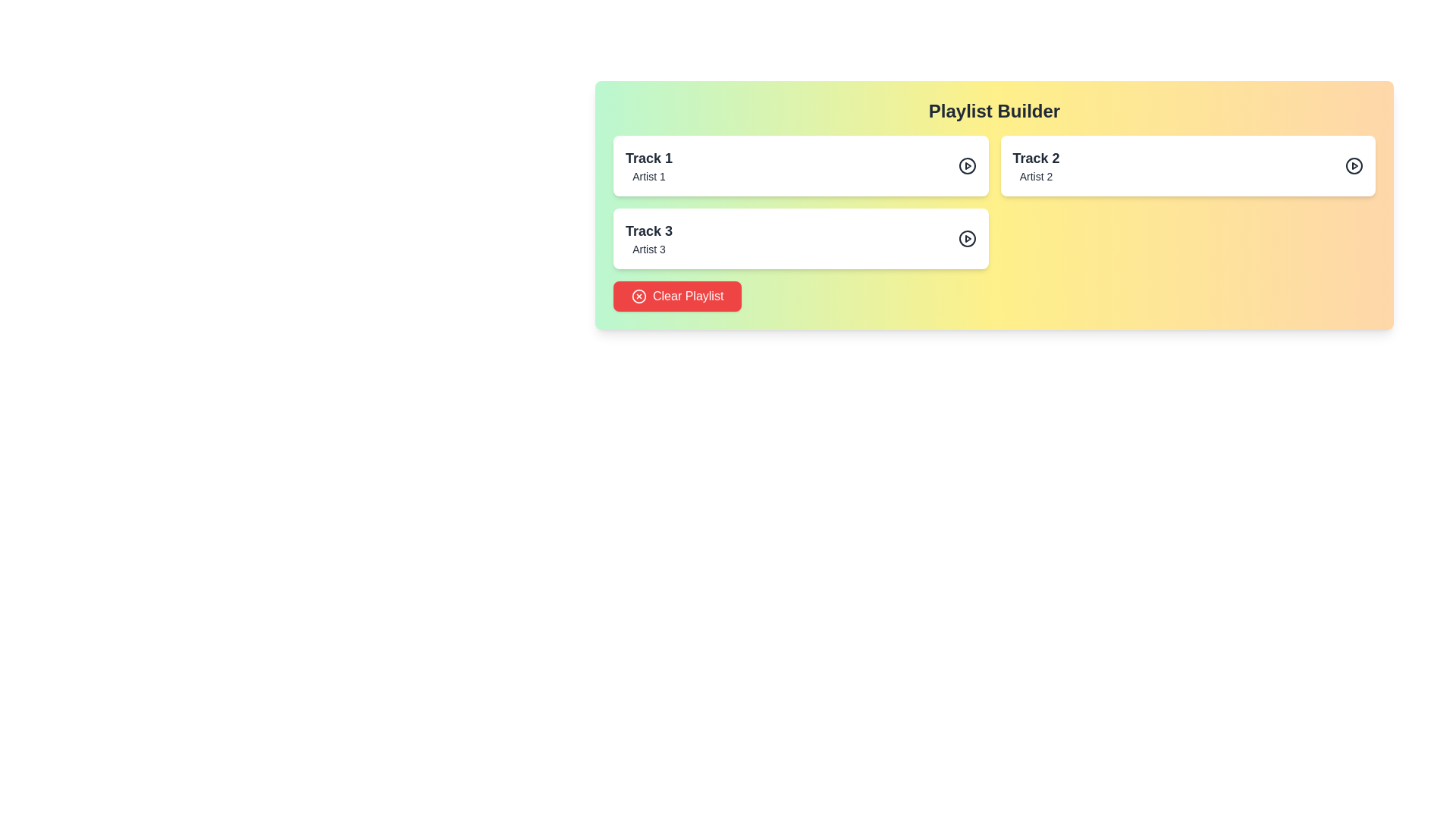  What do you see at coordinates (1187, 166) in the screenshot?
I see `the track 2 to observe the hover effect` at bounding box center [1187, 166].